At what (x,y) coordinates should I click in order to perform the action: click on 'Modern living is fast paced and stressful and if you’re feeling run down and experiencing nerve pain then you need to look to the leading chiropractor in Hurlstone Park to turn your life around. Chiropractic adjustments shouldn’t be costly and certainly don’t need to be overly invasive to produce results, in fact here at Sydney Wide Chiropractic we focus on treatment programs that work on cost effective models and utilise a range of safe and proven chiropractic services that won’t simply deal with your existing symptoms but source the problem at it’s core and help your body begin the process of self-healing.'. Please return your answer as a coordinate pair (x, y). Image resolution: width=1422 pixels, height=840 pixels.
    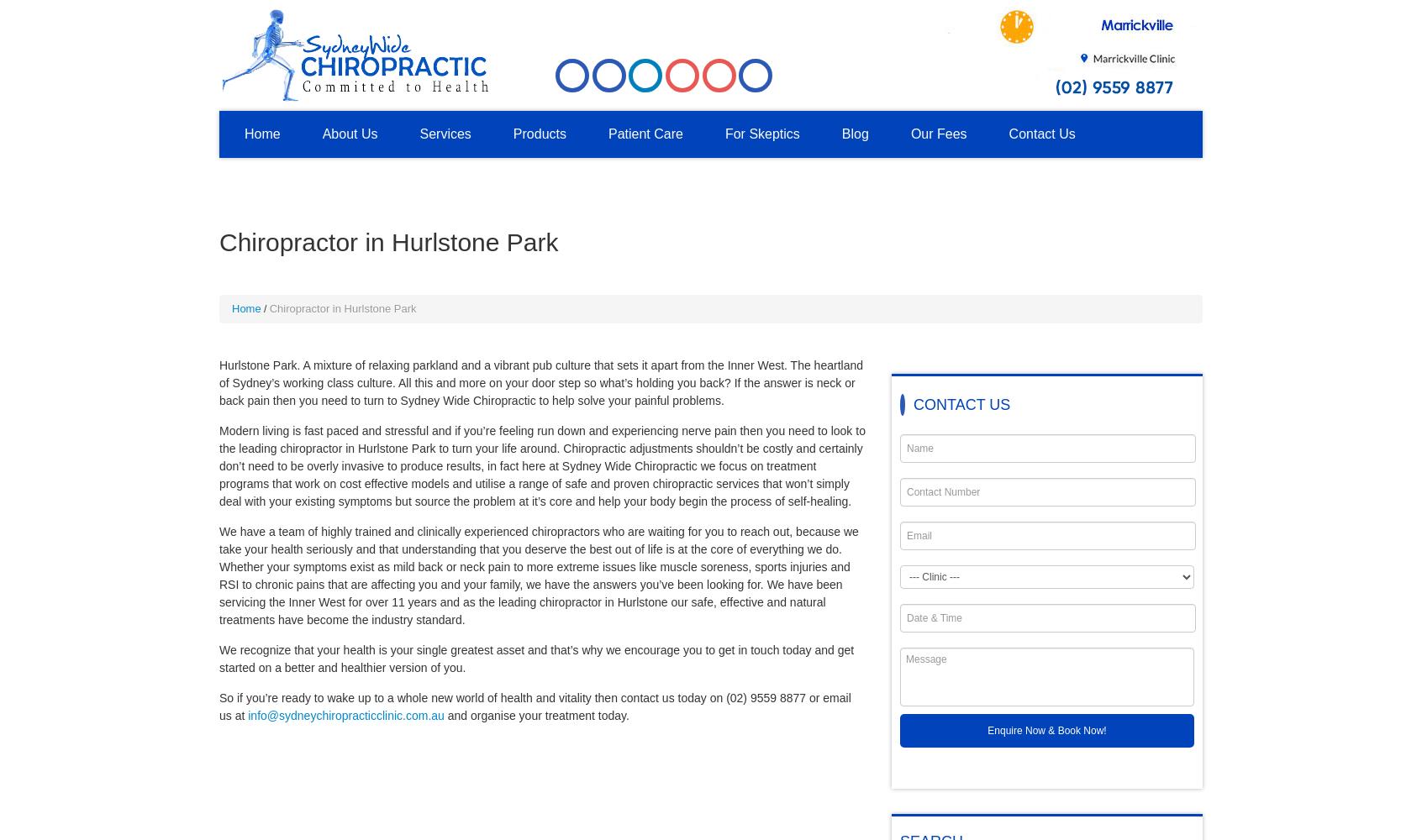
    Looking at the image, I should click on (219, 466).